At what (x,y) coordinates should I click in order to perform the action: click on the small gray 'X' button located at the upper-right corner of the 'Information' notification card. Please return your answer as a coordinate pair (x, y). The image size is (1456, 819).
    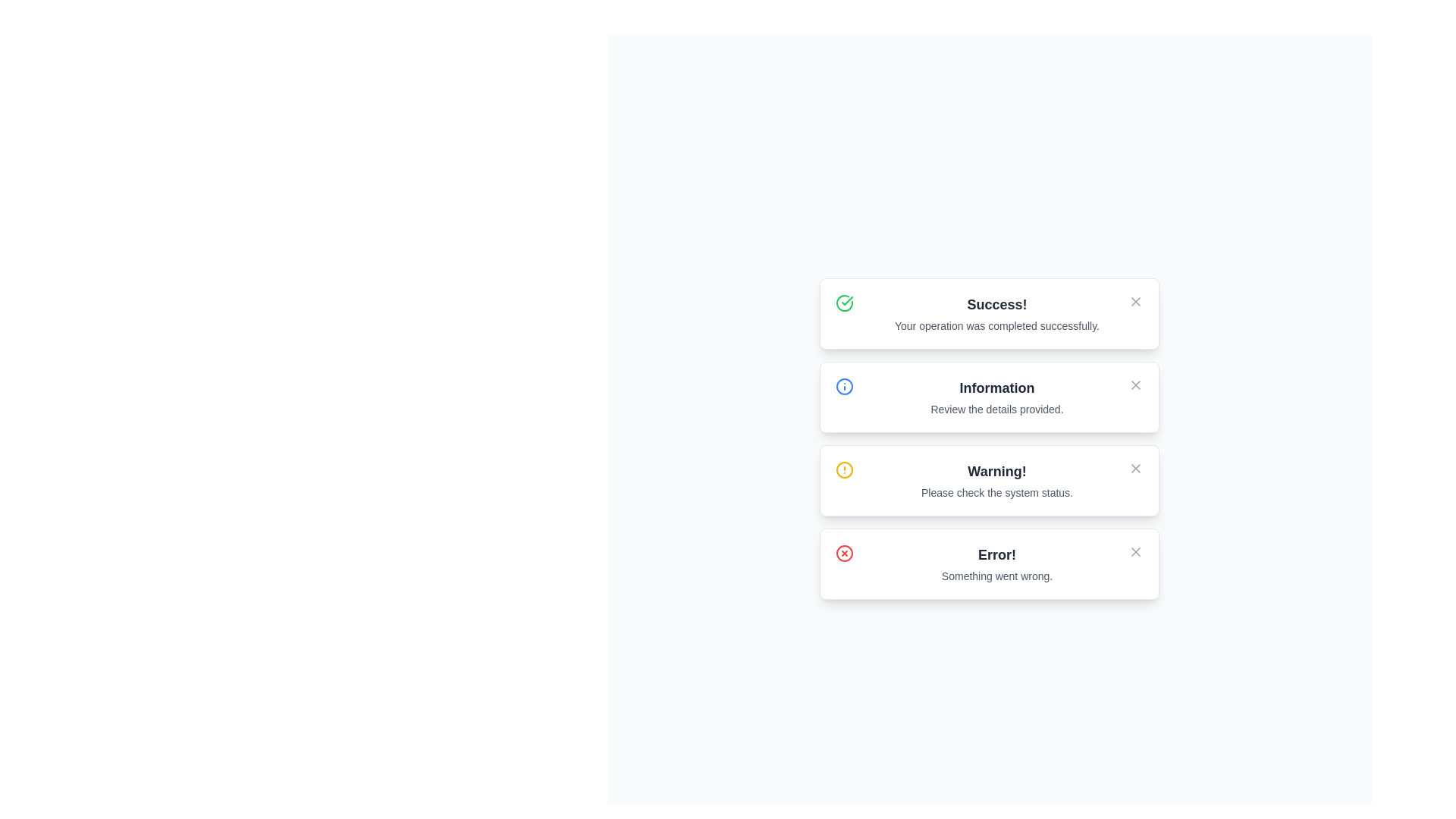
    Looking at the image, I should click on (1135, 384).